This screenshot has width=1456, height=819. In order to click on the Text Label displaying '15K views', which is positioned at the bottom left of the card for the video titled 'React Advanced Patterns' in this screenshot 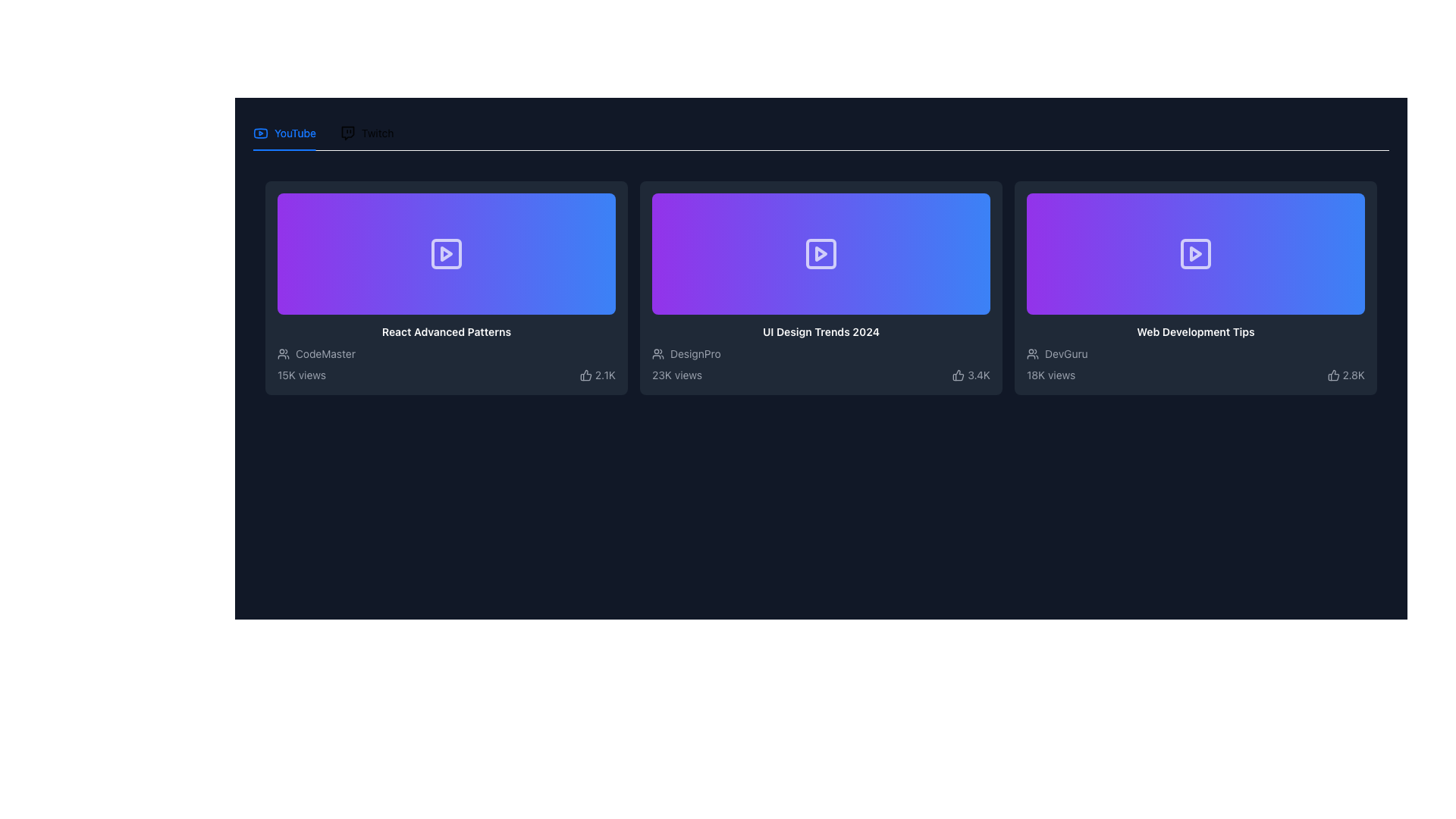, I will do `click(302, 375)`.